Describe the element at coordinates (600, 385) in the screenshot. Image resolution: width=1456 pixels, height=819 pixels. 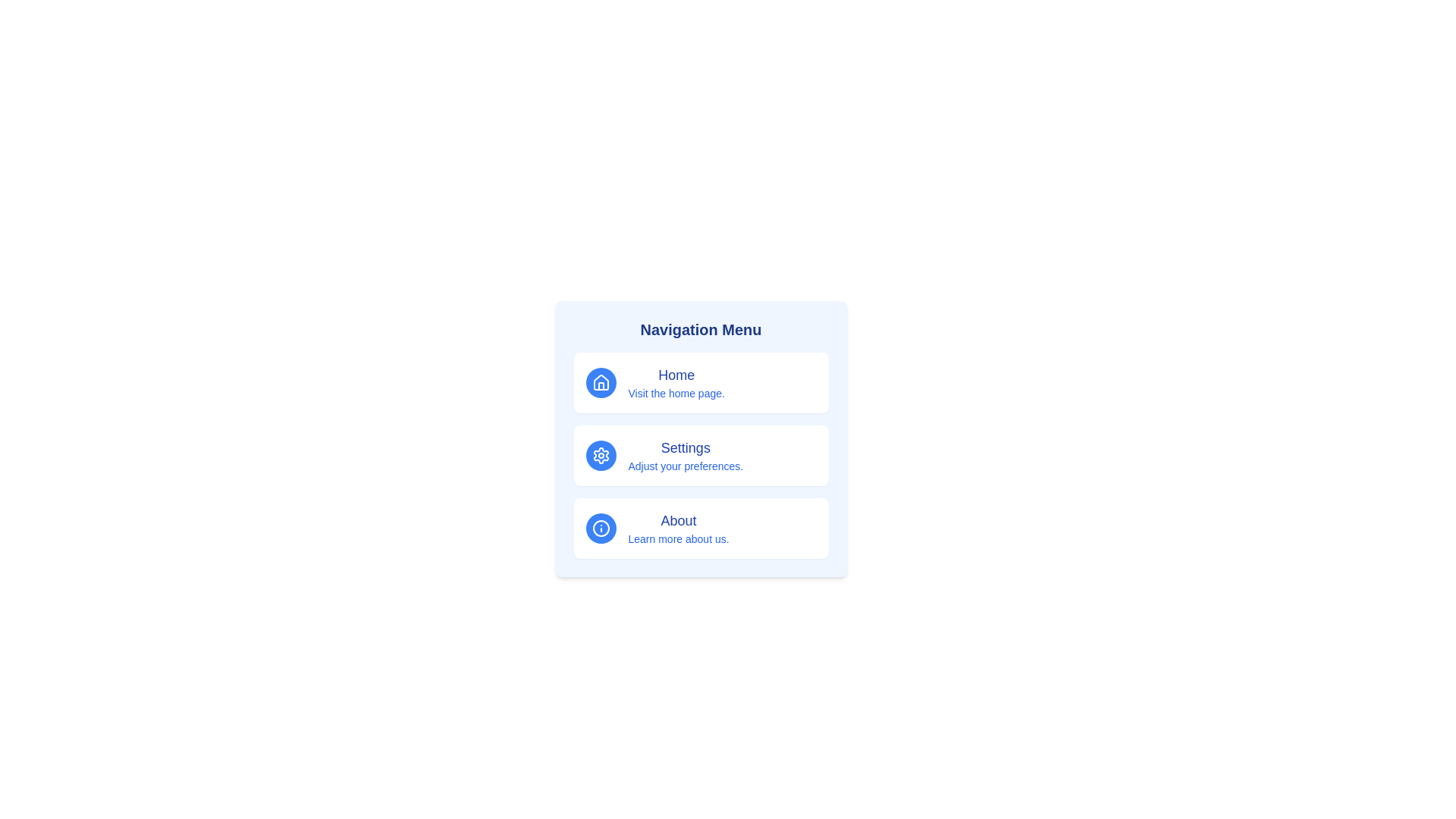
I see `the lower part of the house icon representing the base structure of the home illustration located in the first option of the navigation menu` at that location.